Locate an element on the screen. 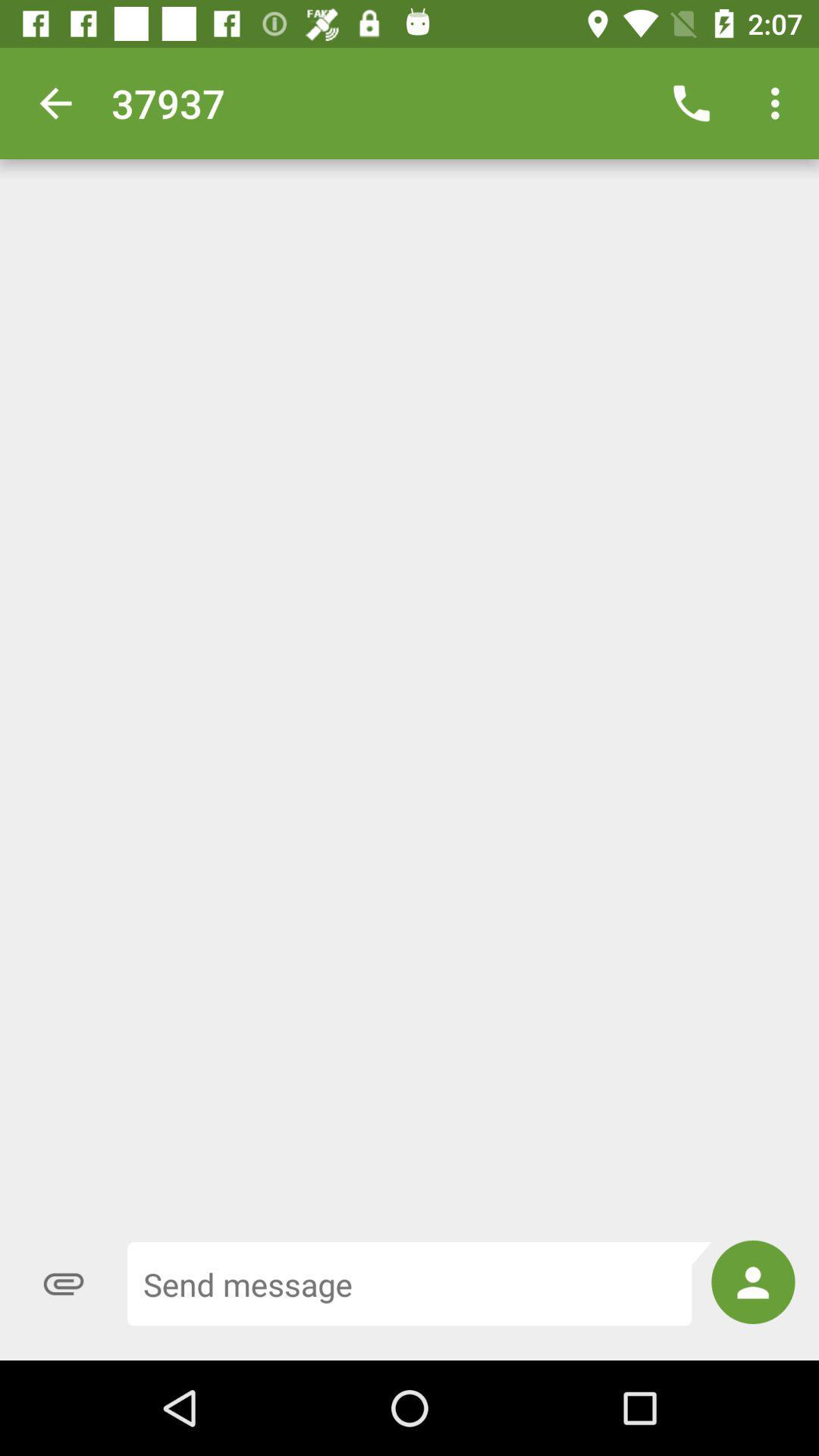  icon to the left of the 37937 icon is located at coordinates (55, 102).